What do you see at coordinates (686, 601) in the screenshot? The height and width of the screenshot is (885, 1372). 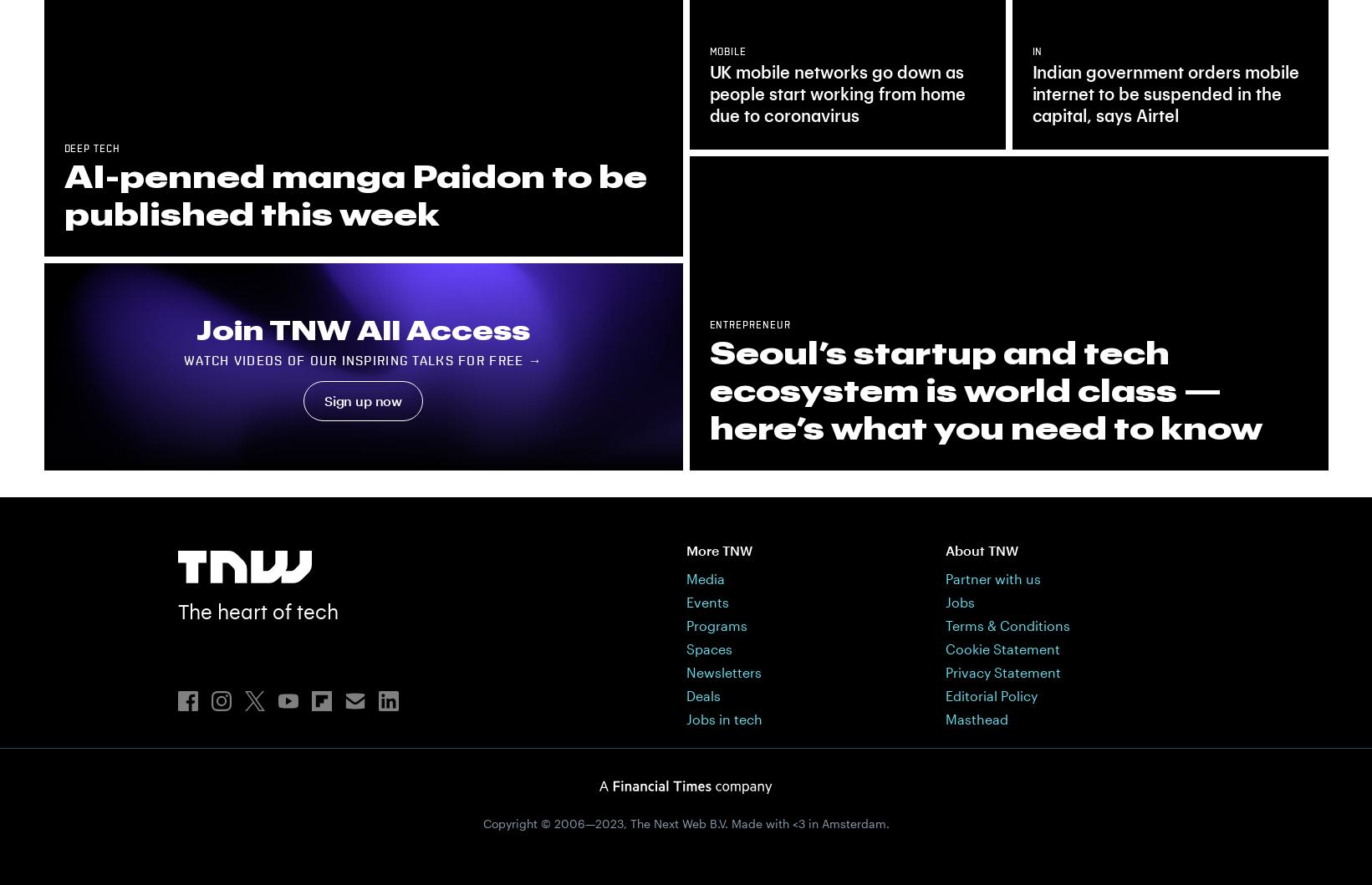 I see `'Events'` at bounding box center [686, 601].